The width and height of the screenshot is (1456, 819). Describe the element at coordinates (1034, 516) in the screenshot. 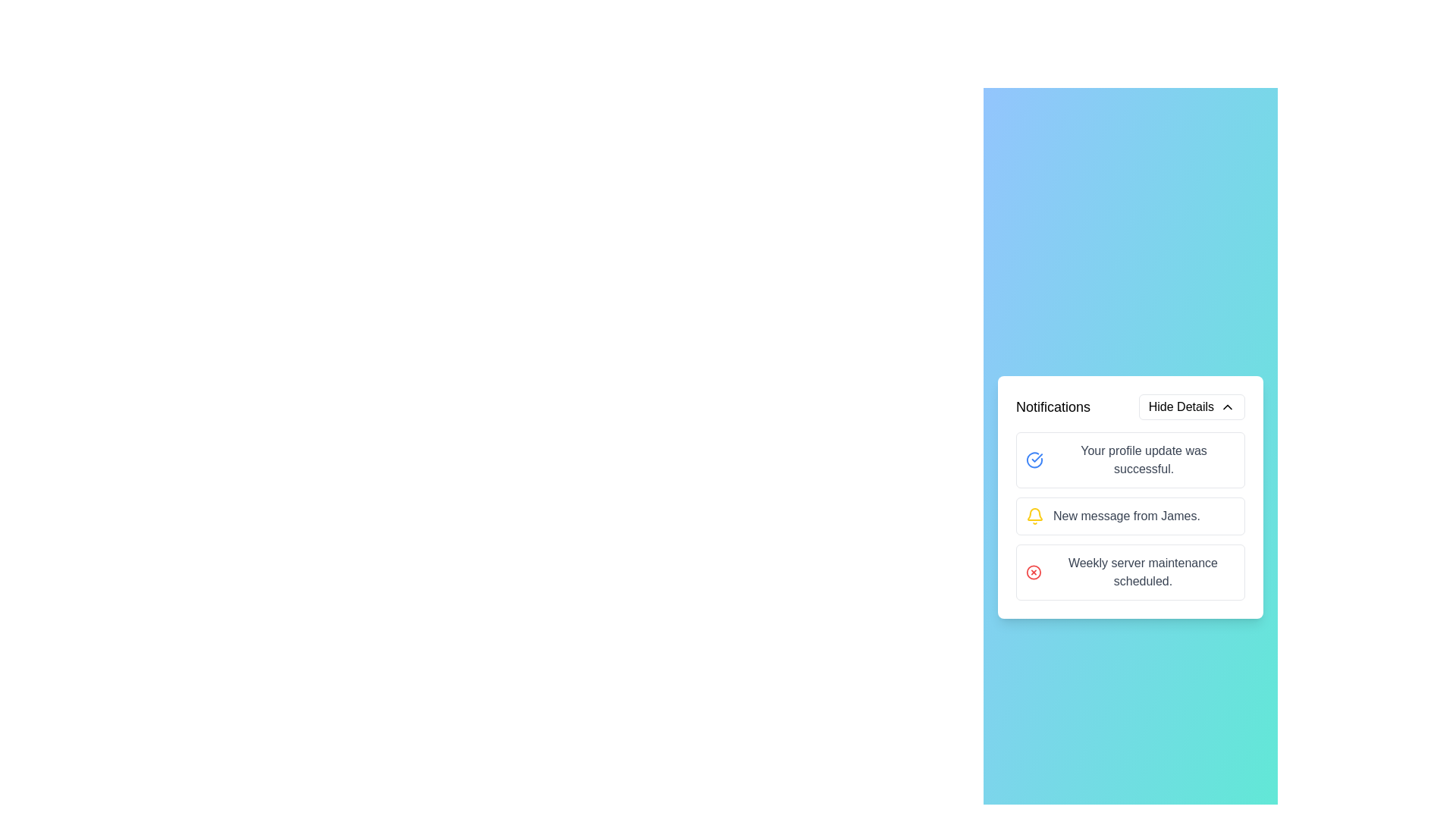

I see `the yellow bell notification icon located to the left of the 'New message from James.' notification entry` at that location.